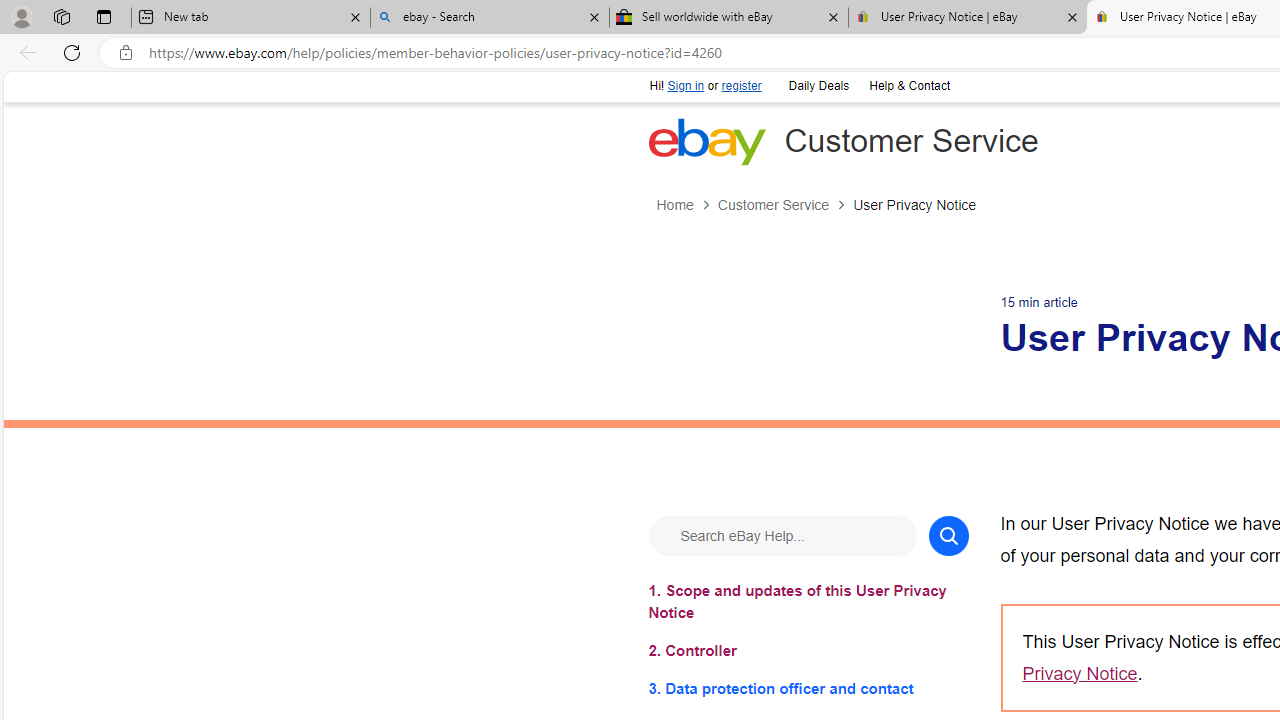 This screenshot has width=1280, height=720. What do you see at coordinates (740, 85) in the screenshot?
I see `'register'` at bounding box center [740, 85].